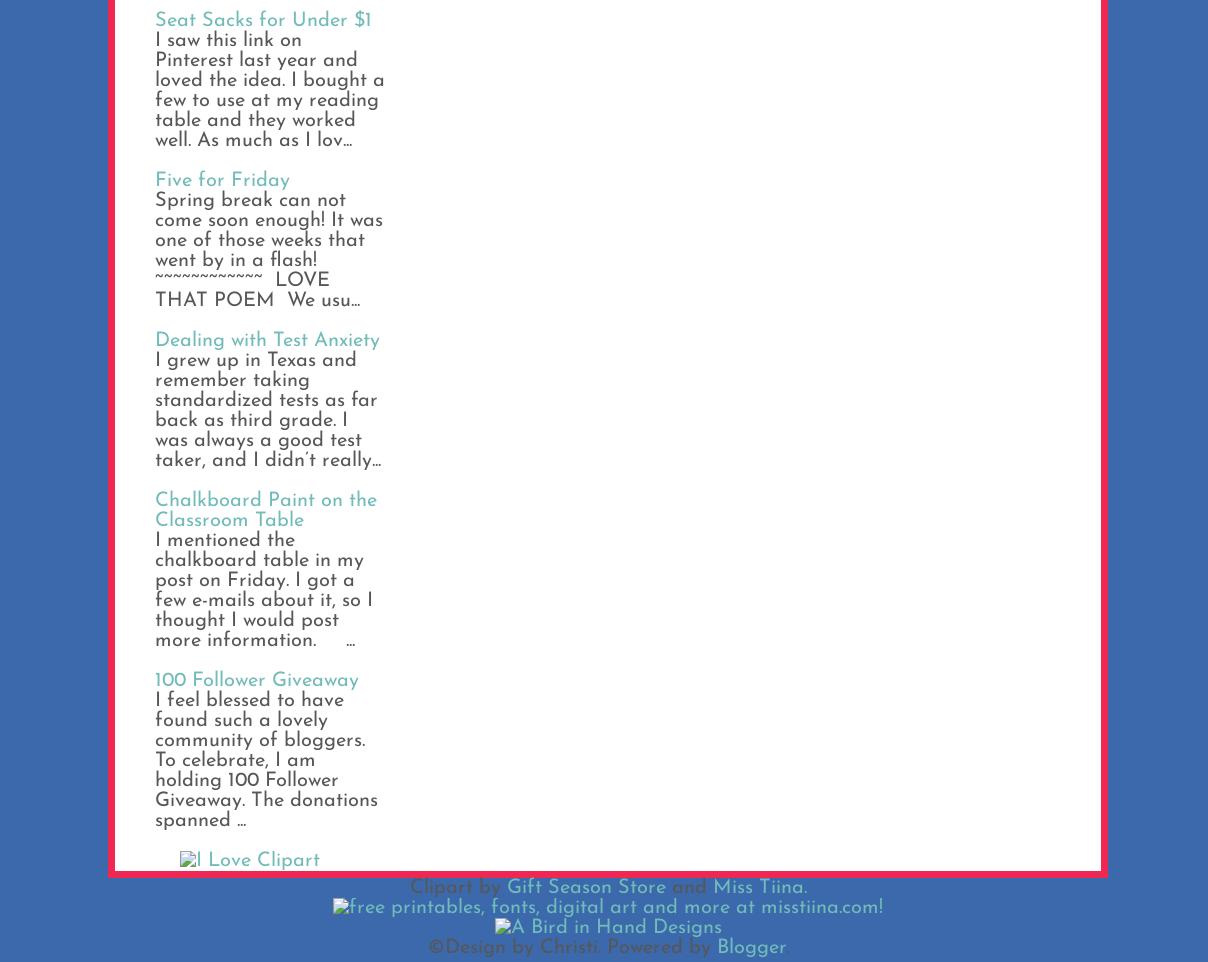  I want to click on 'Dealing with Test Anxiety', so click(267, 341).